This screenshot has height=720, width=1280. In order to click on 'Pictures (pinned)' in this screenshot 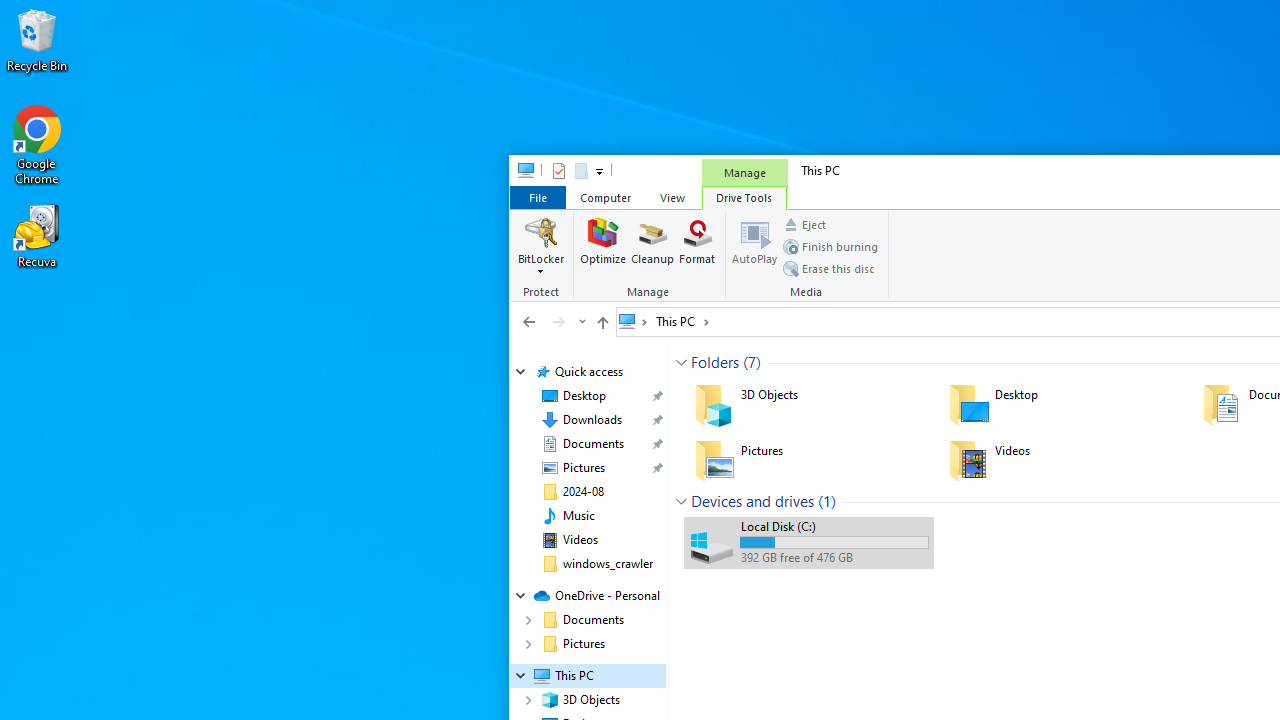, I will do `click(582, 468)`.